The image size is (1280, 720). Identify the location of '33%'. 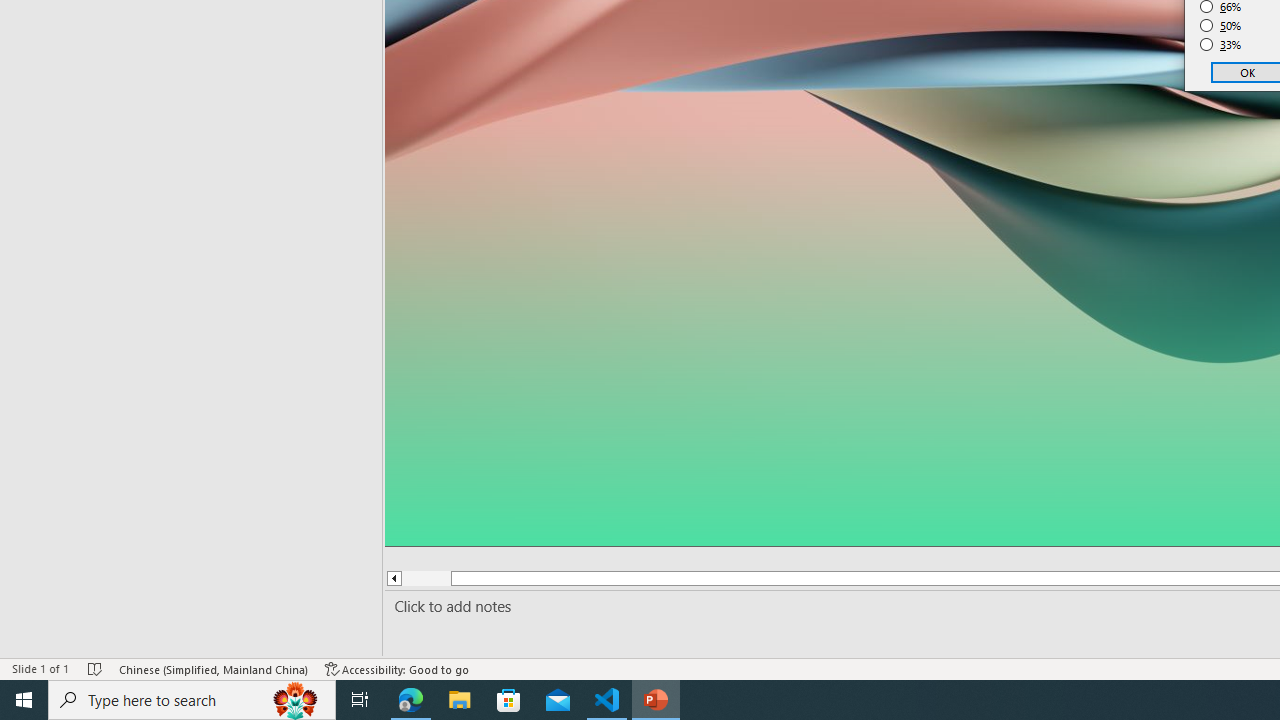
(1220, 45).